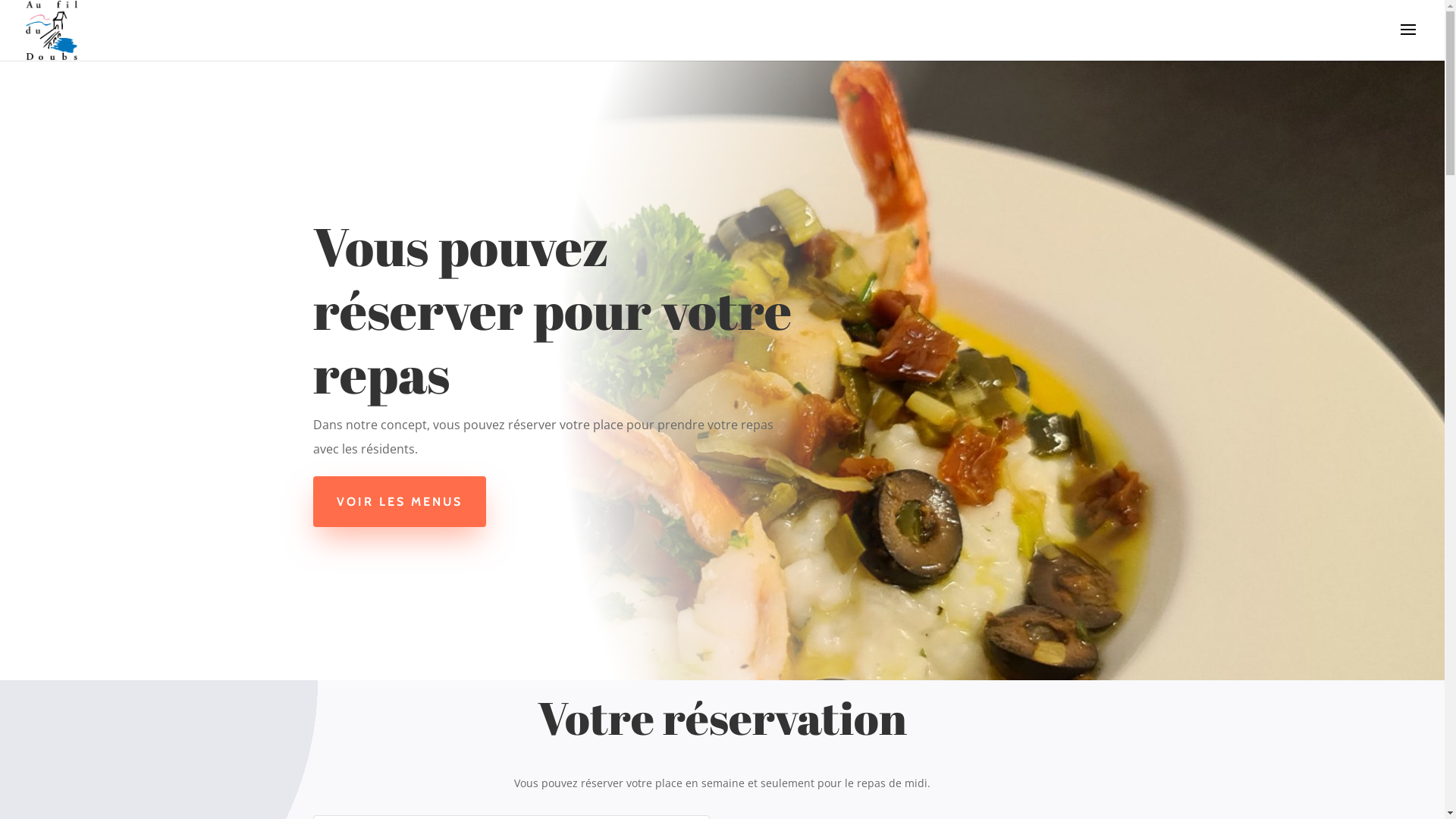 This screenshot has width=1456, height=819. Describe the element at coordinates (312, 501) in the screenshot. I see `'VOIR LES MENUS'` at that location.